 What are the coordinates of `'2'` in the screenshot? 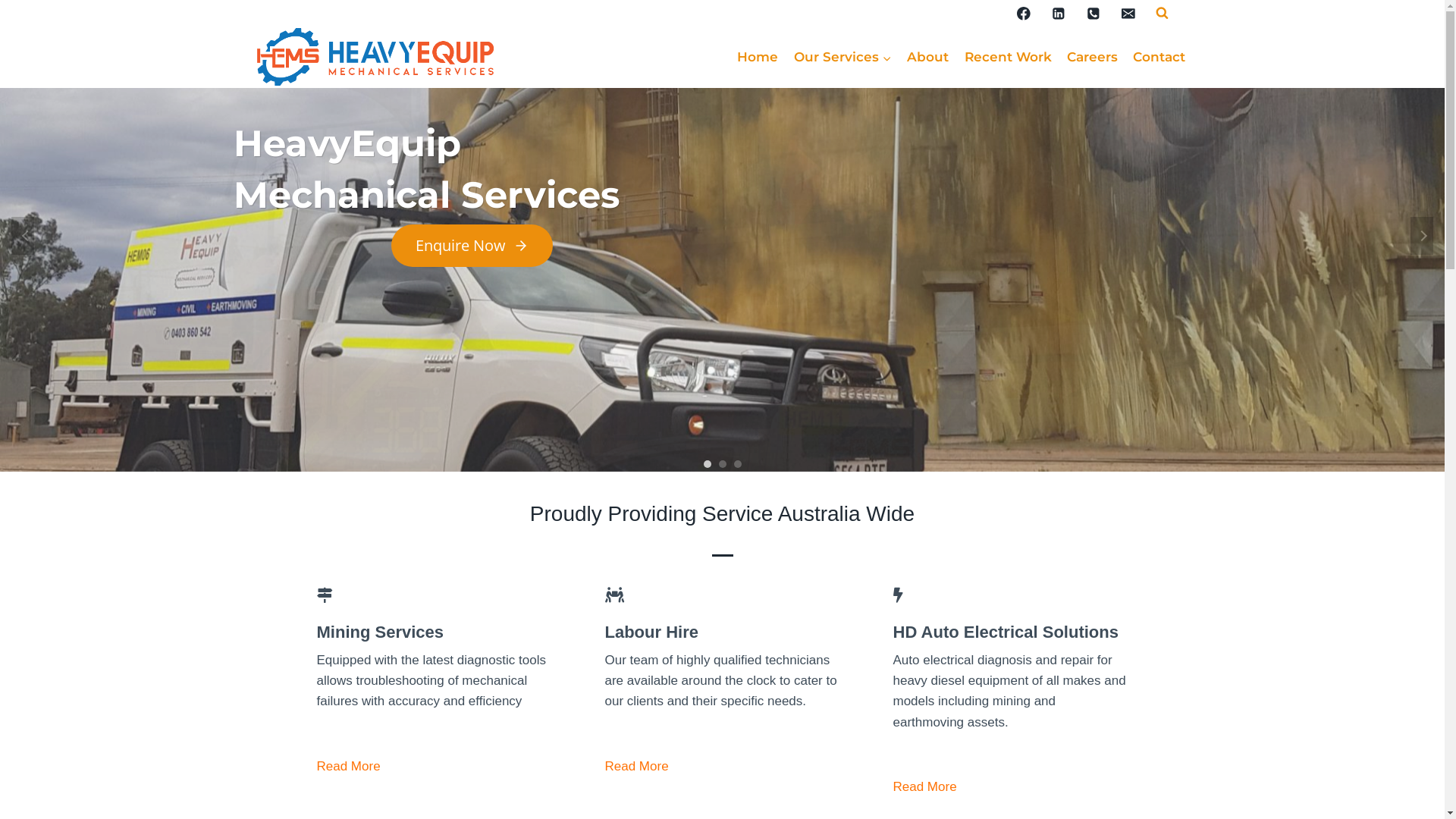 It's located at (720, 463).